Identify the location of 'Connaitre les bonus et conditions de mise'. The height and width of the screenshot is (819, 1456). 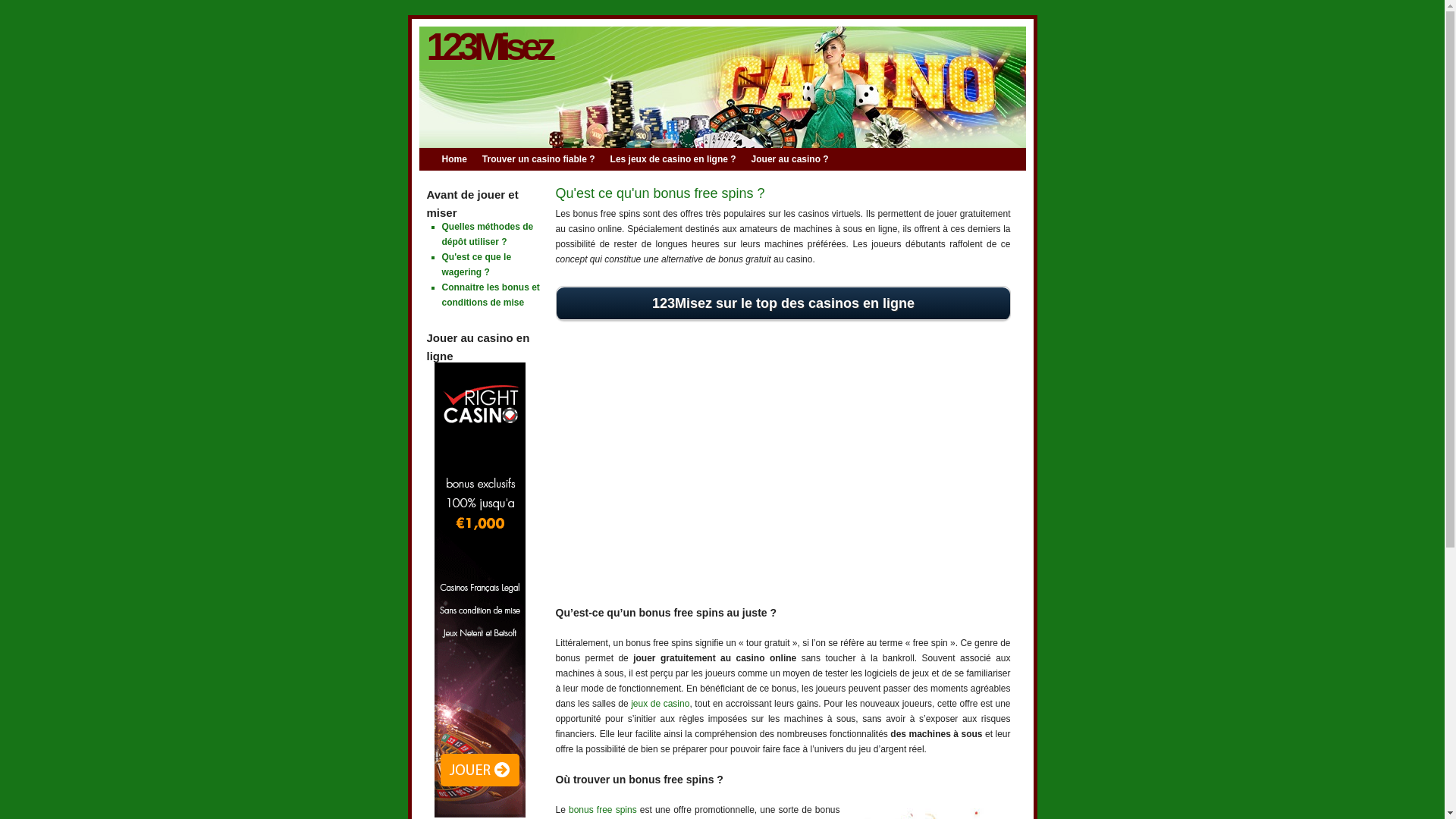
(490, 295).